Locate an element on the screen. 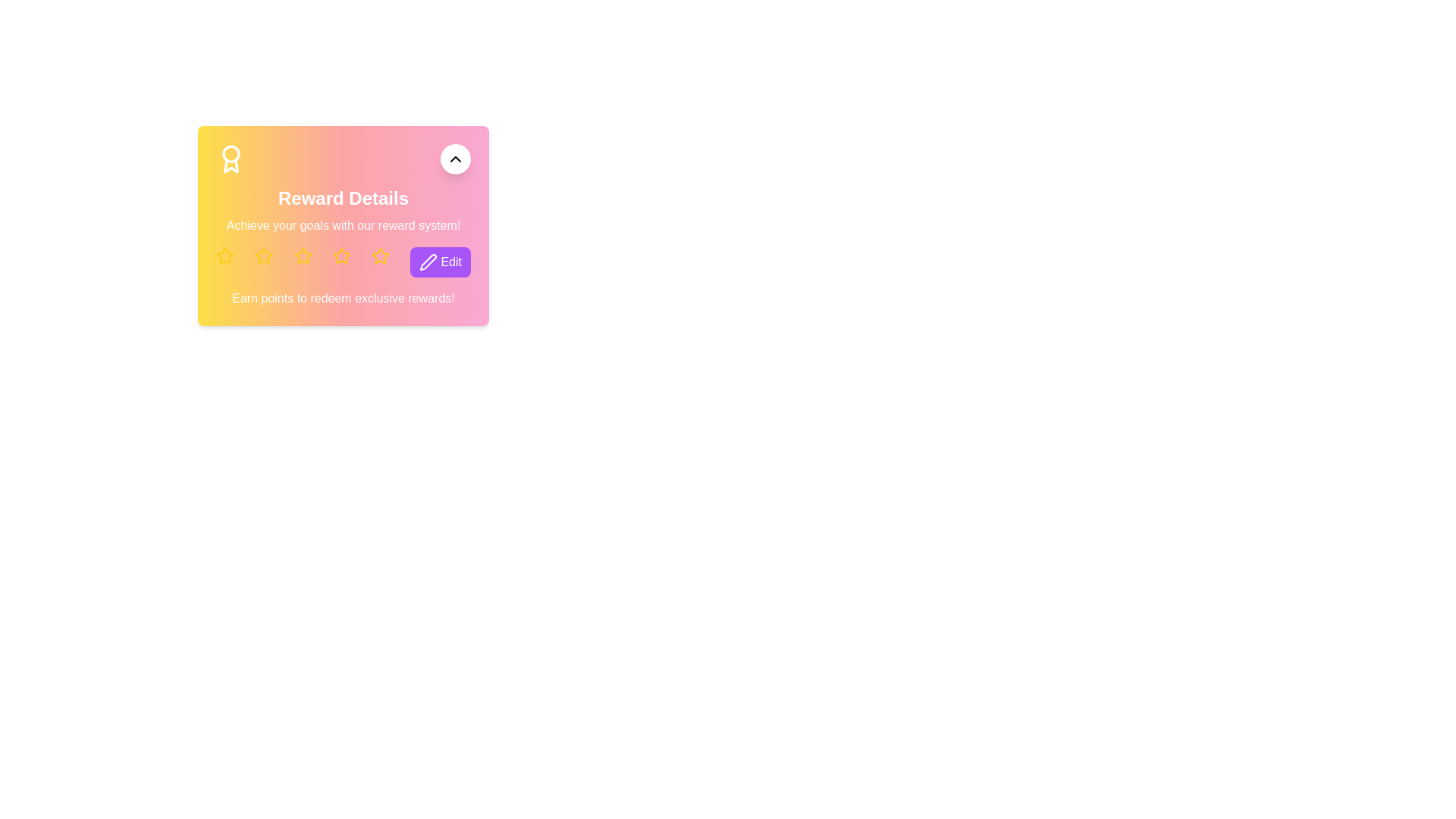  the fifth star icon in the horizontal row of yellow star icons within the 'Reward Details' box to interact with the rating system is located at coordinates (381, 256).